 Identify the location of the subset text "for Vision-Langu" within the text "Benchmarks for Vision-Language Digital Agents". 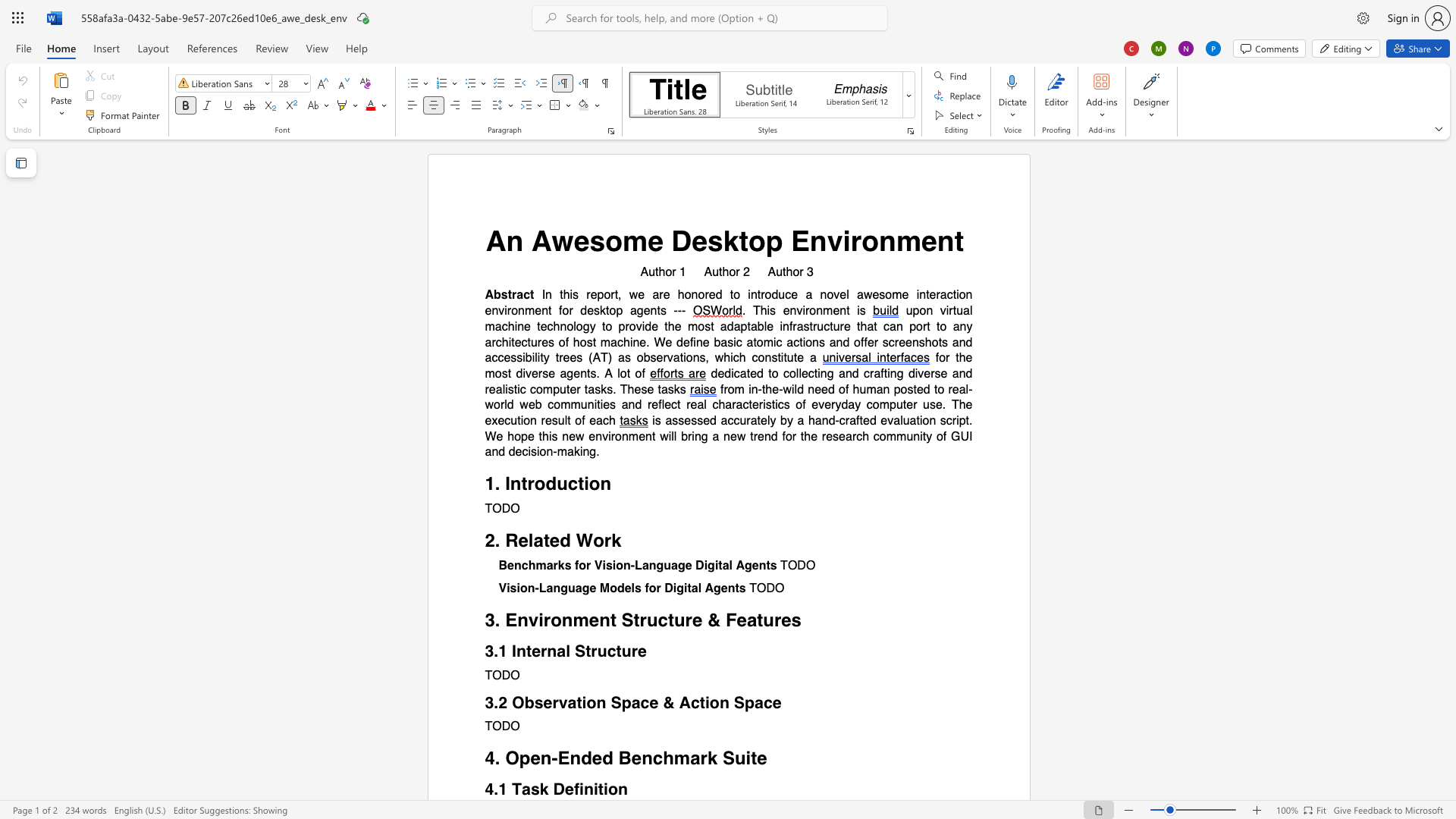
(574, 566).